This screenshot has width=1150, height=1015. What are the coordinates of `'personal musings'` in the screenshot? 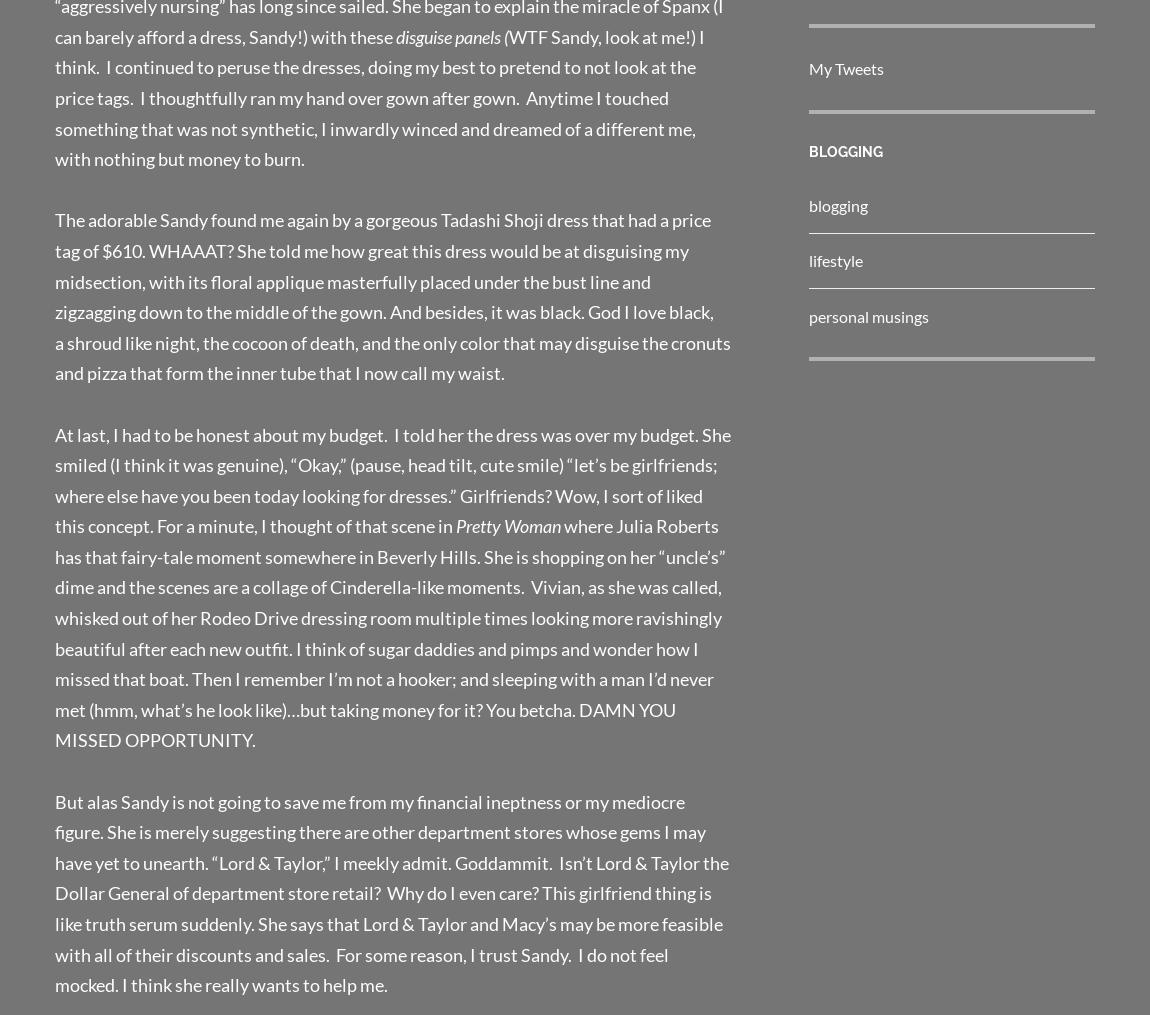 It's located at (869, 314).